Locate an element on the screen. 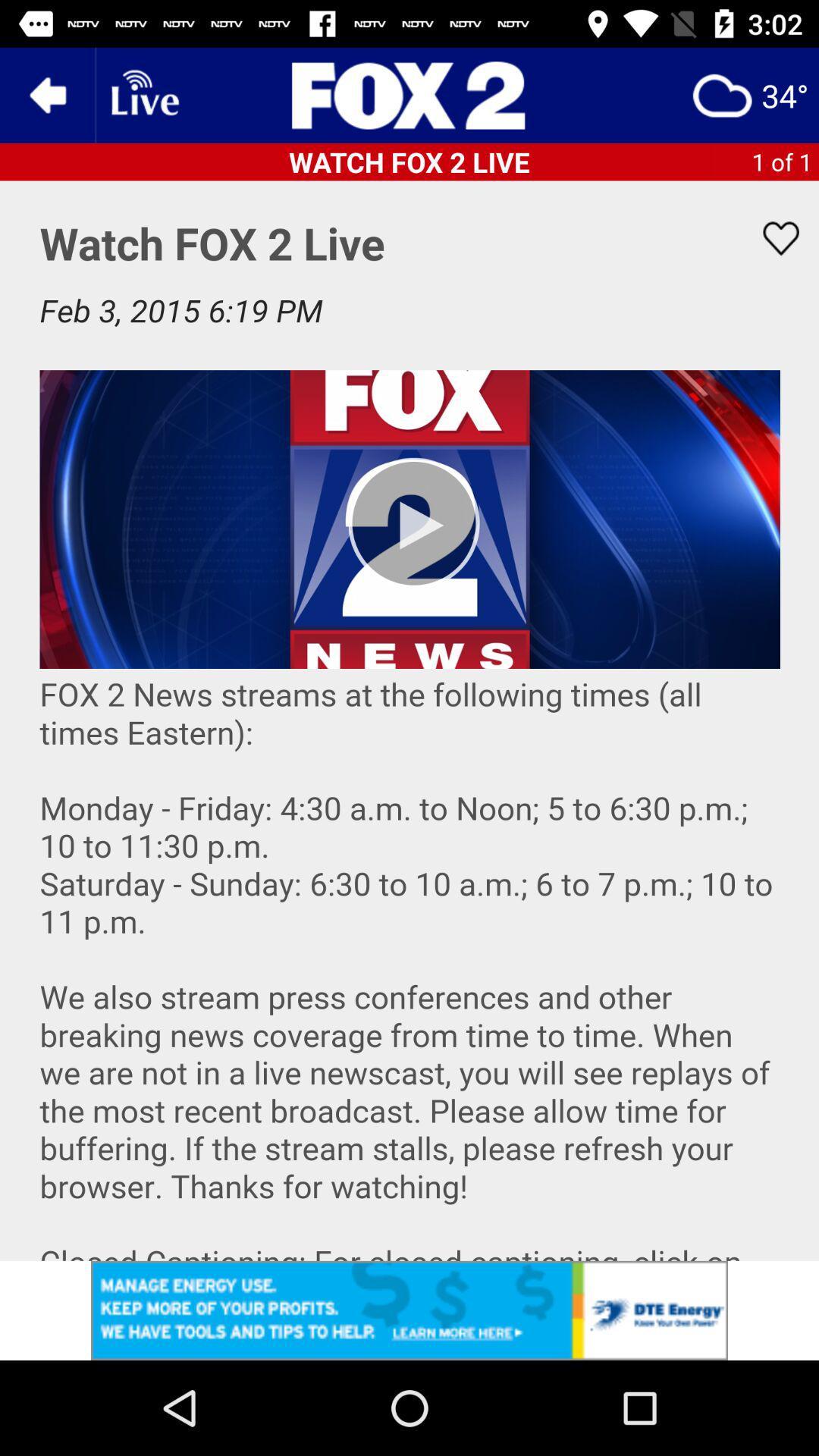  favorite option is located at coordinates (771, 237).